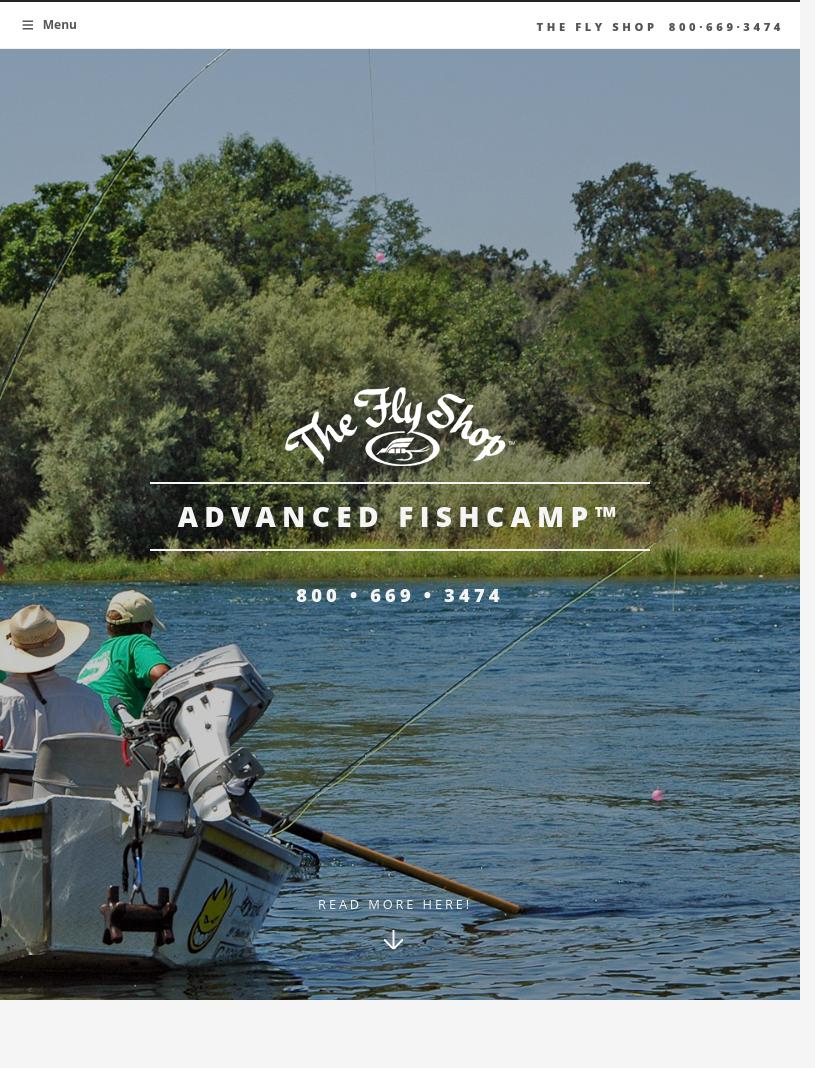 The image size is (815, 1068). I want to click on 'Blog', so click(219, 207).